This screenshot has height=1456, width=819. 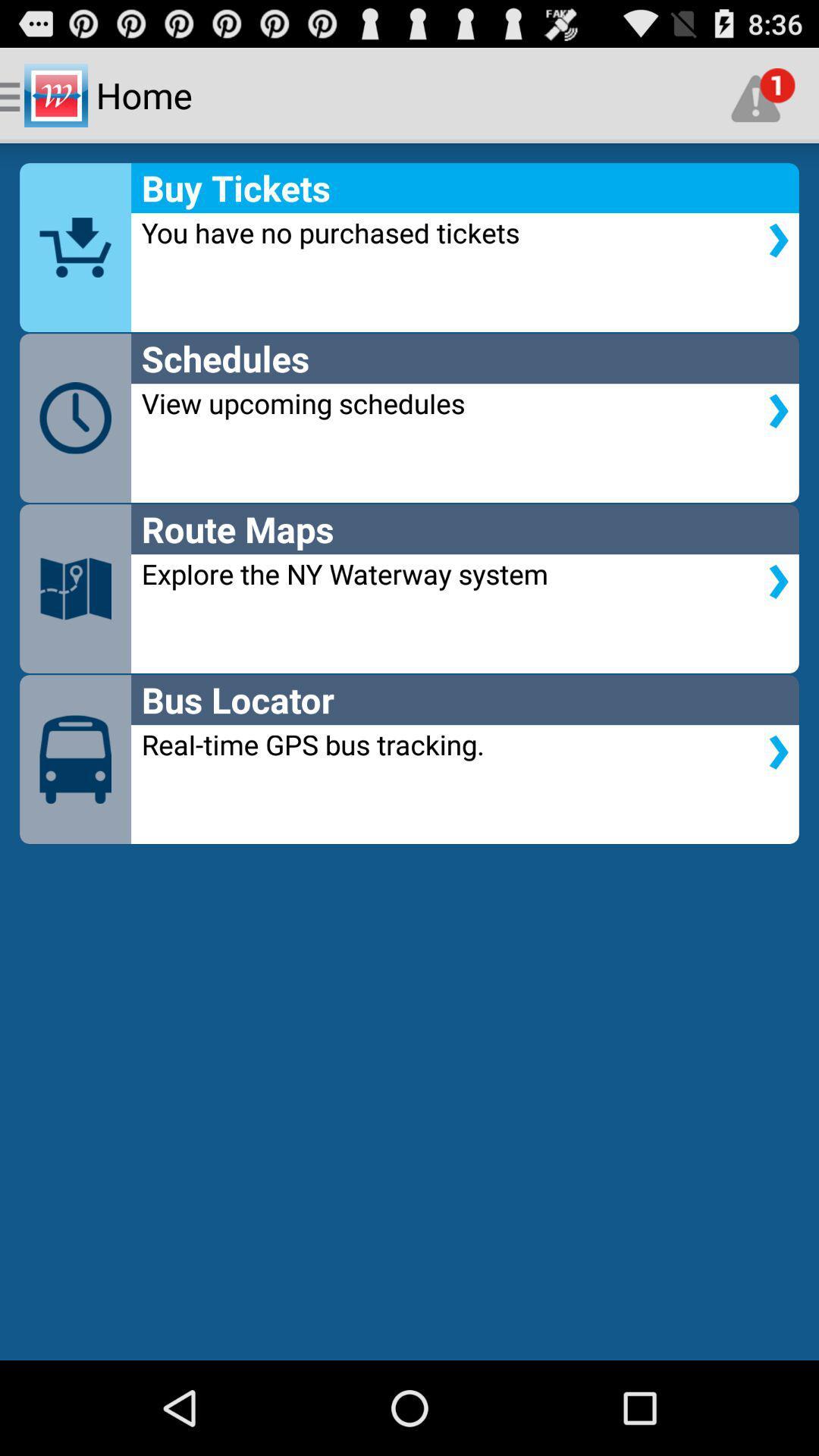 What do you see at coordinates (763, 94) in the screenshot?
I see `the item next to home icon` at bounding box center [763, 94].